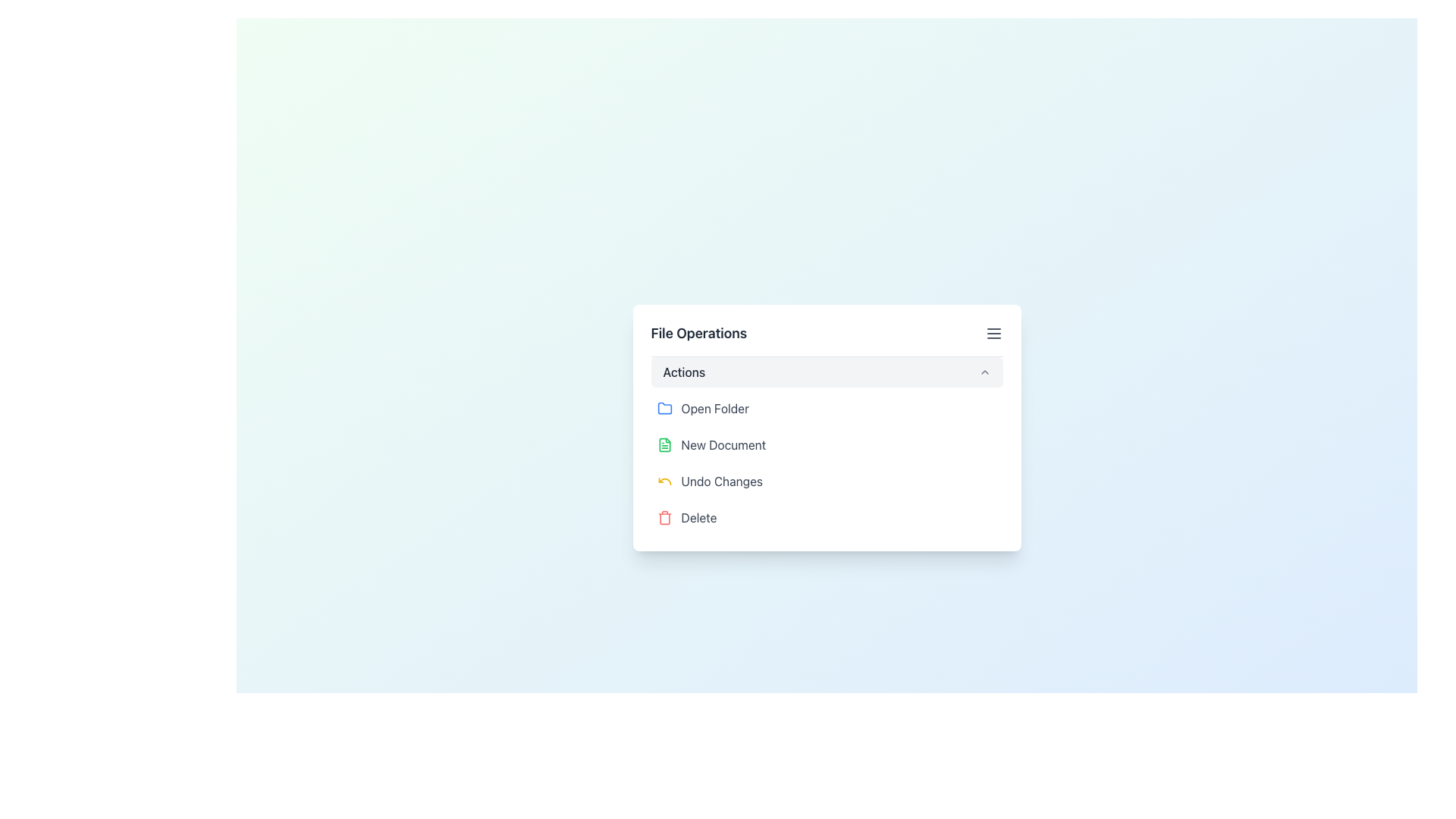  What do you see at coordinates (720, 480) in the screenshot?
I see `the 'Undo Changes' text label, which is the third option in the vertical list of actions within the 'File Operations' card, styled in gray with a yellow undo icon on the left` at bounding box center [720, 480].